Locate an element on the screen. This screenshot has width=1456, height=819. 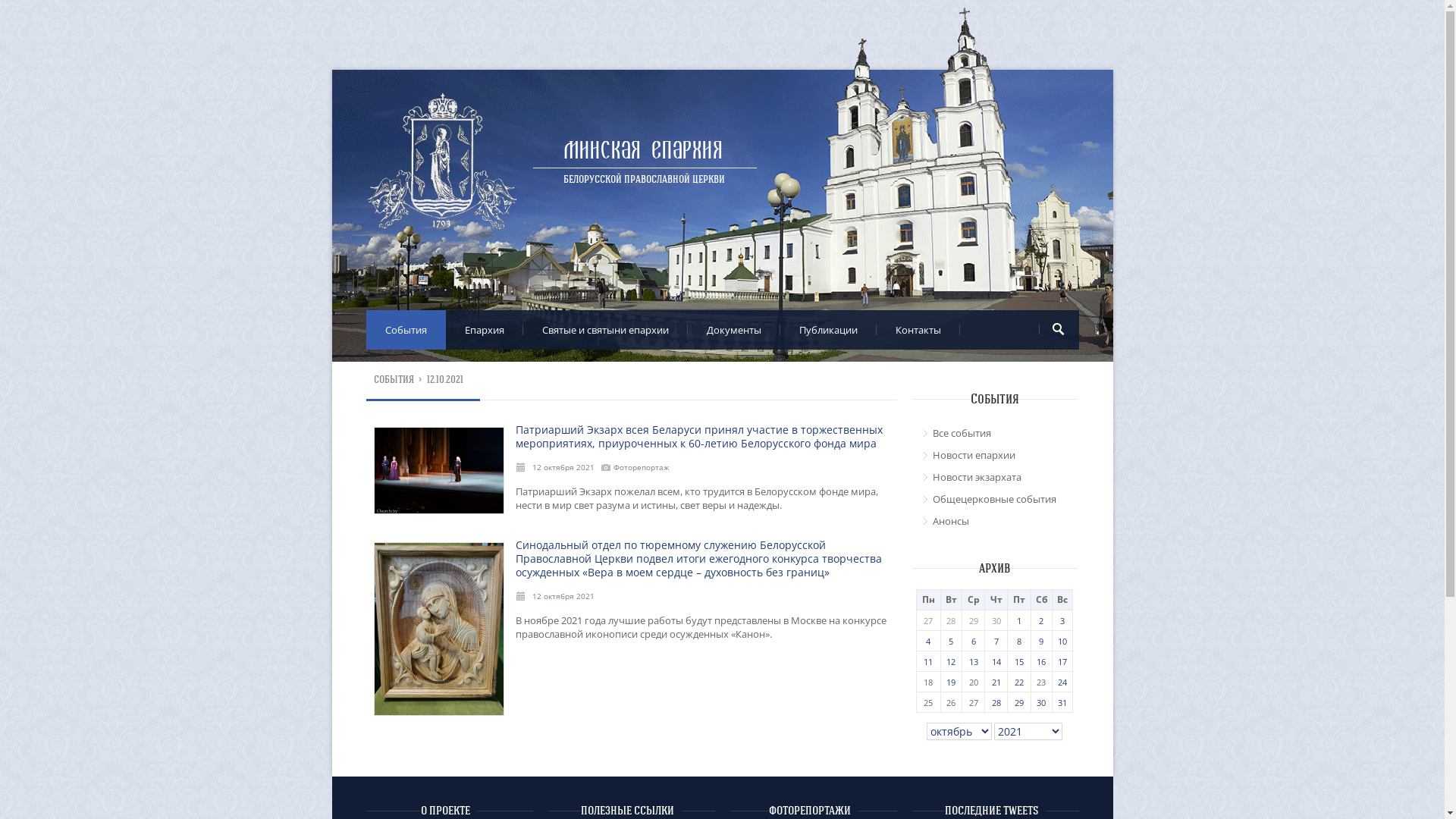
'21' is located at coordinates (996, 681).